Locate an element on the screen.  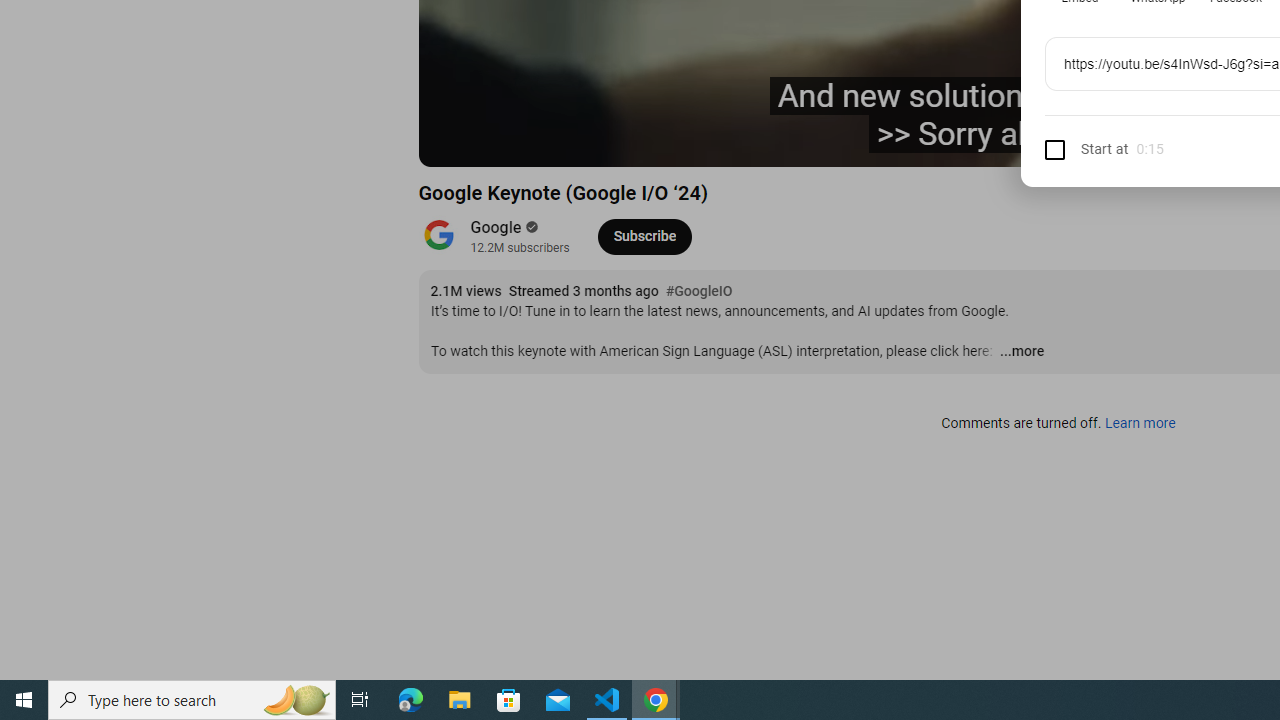
'Learn more' is located at coordinates (1139, 423).